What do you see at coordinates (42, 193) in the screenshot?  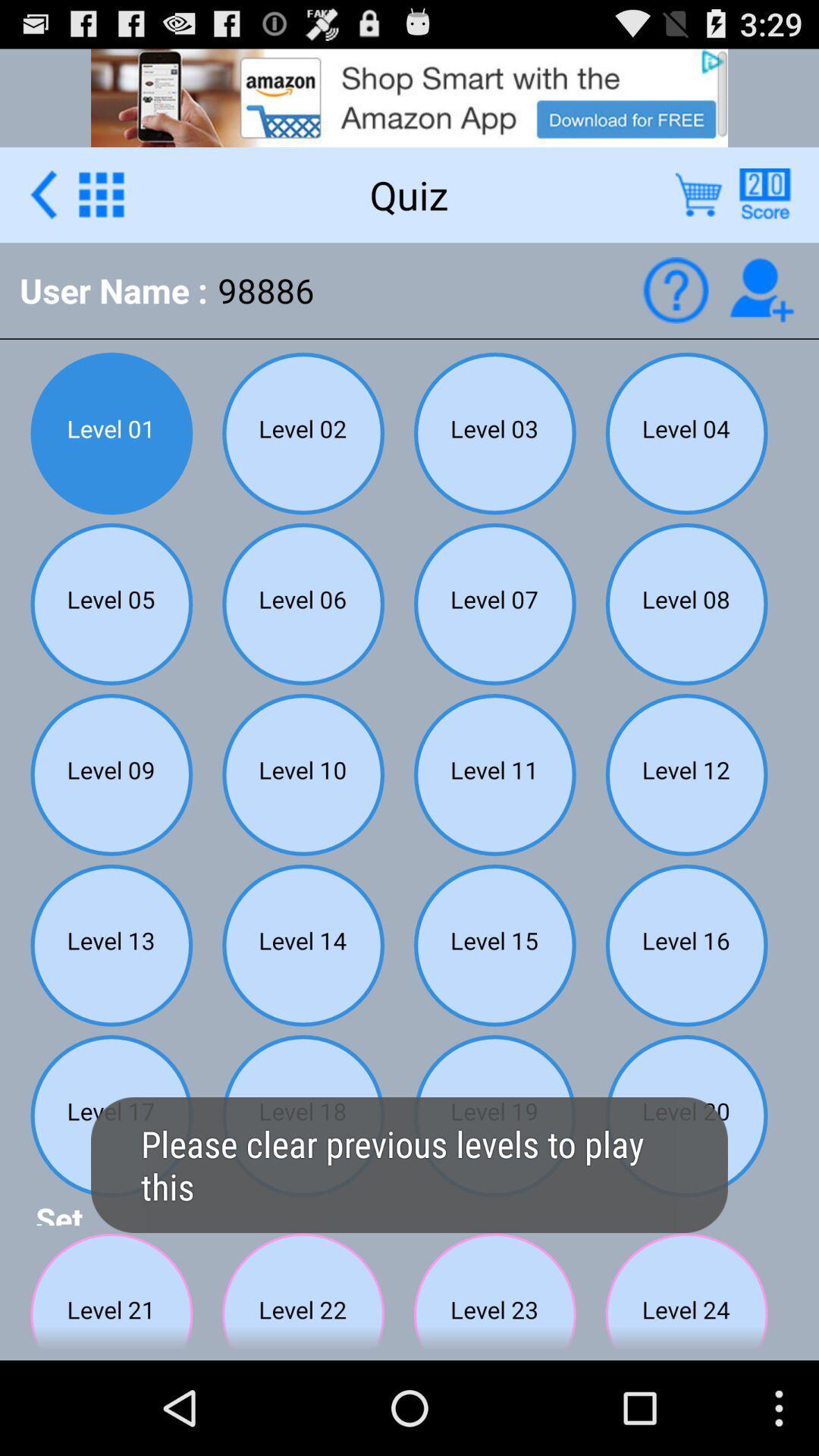 I see `go back` at bounding box center [42, 193].